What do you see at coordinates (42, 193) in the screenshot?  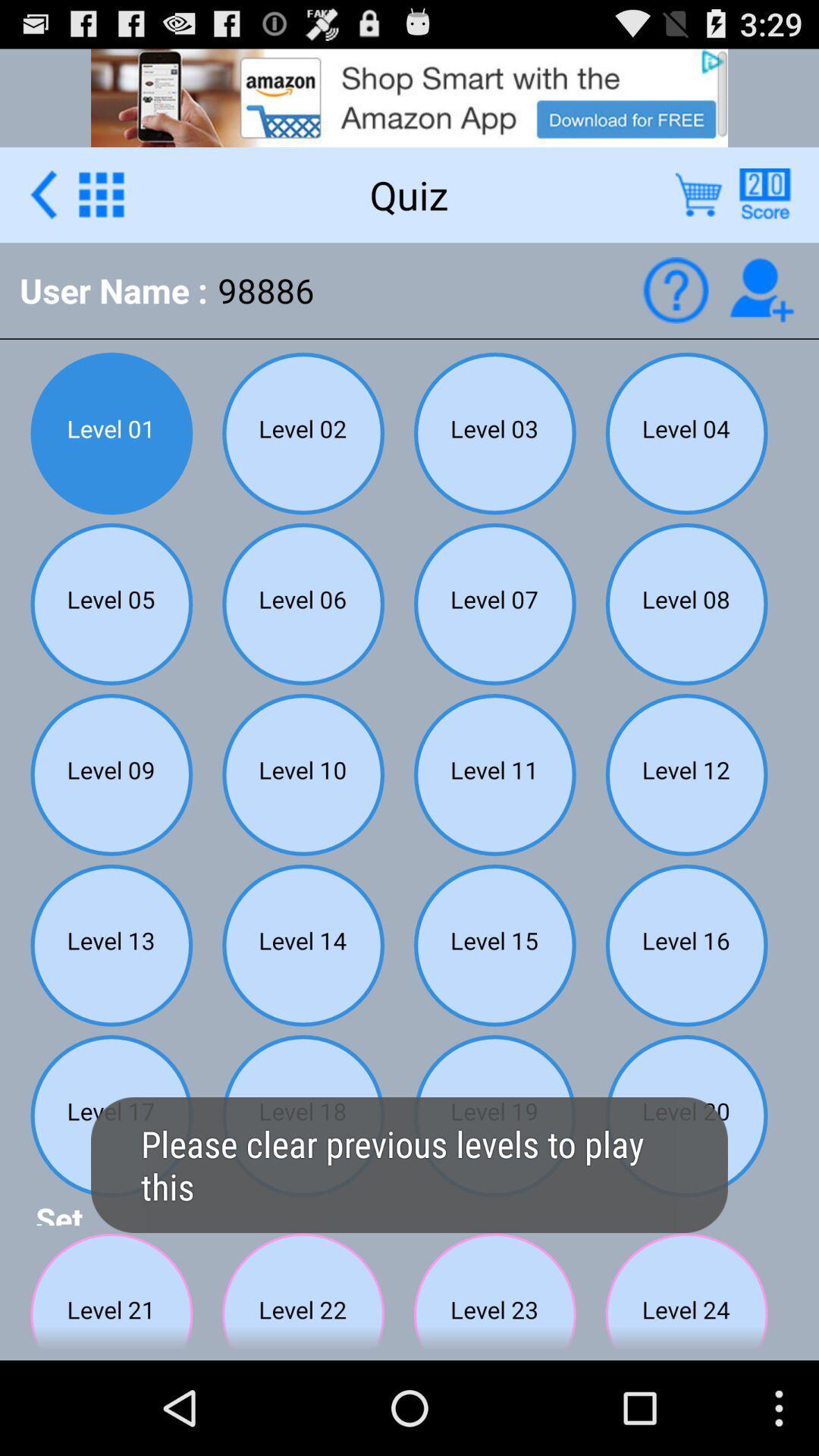 I see `go back` at bounding box center [42, 193].